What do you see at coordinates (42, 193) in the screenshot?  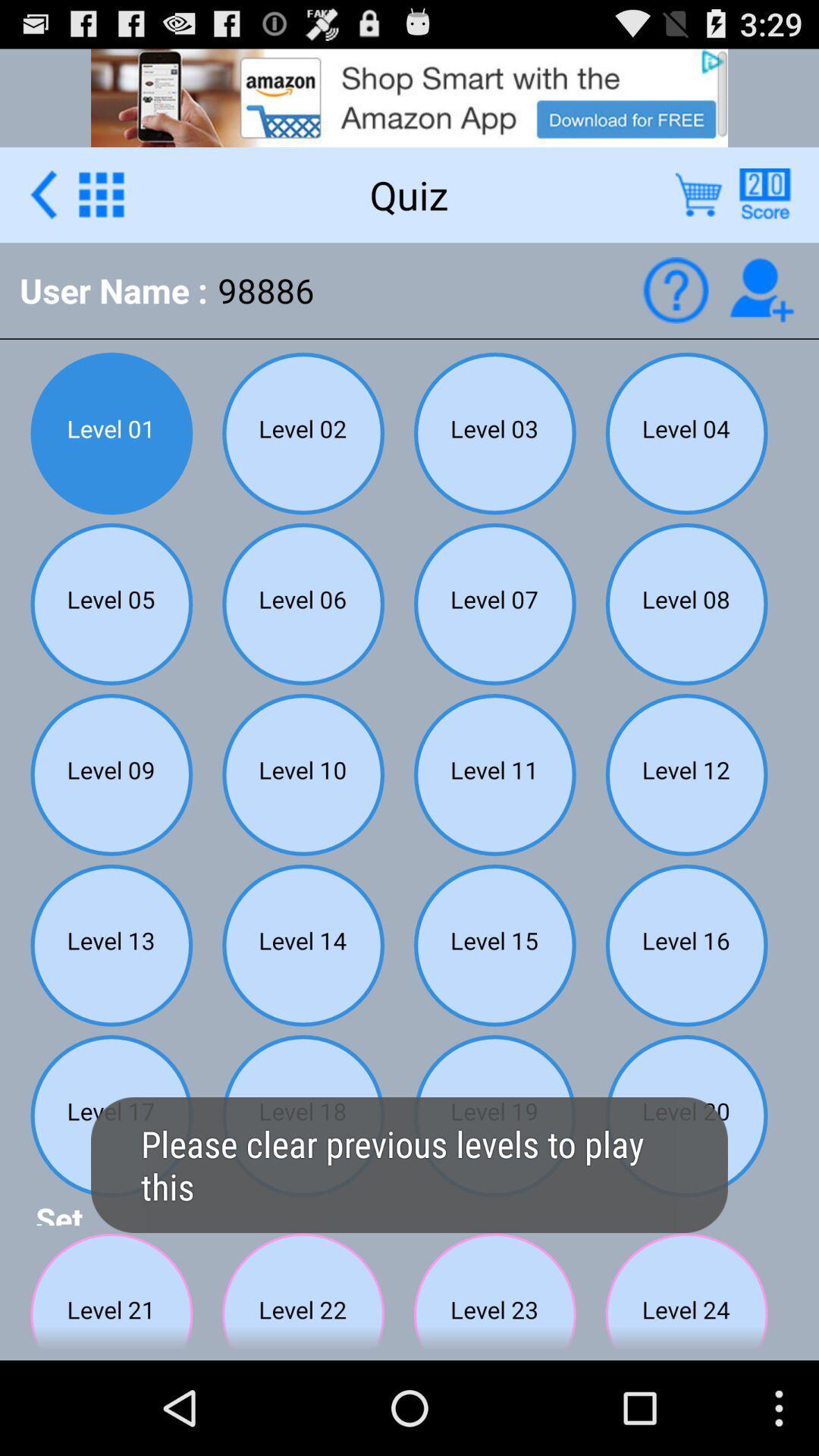 I see `go back` at bounding box center [42, 193].